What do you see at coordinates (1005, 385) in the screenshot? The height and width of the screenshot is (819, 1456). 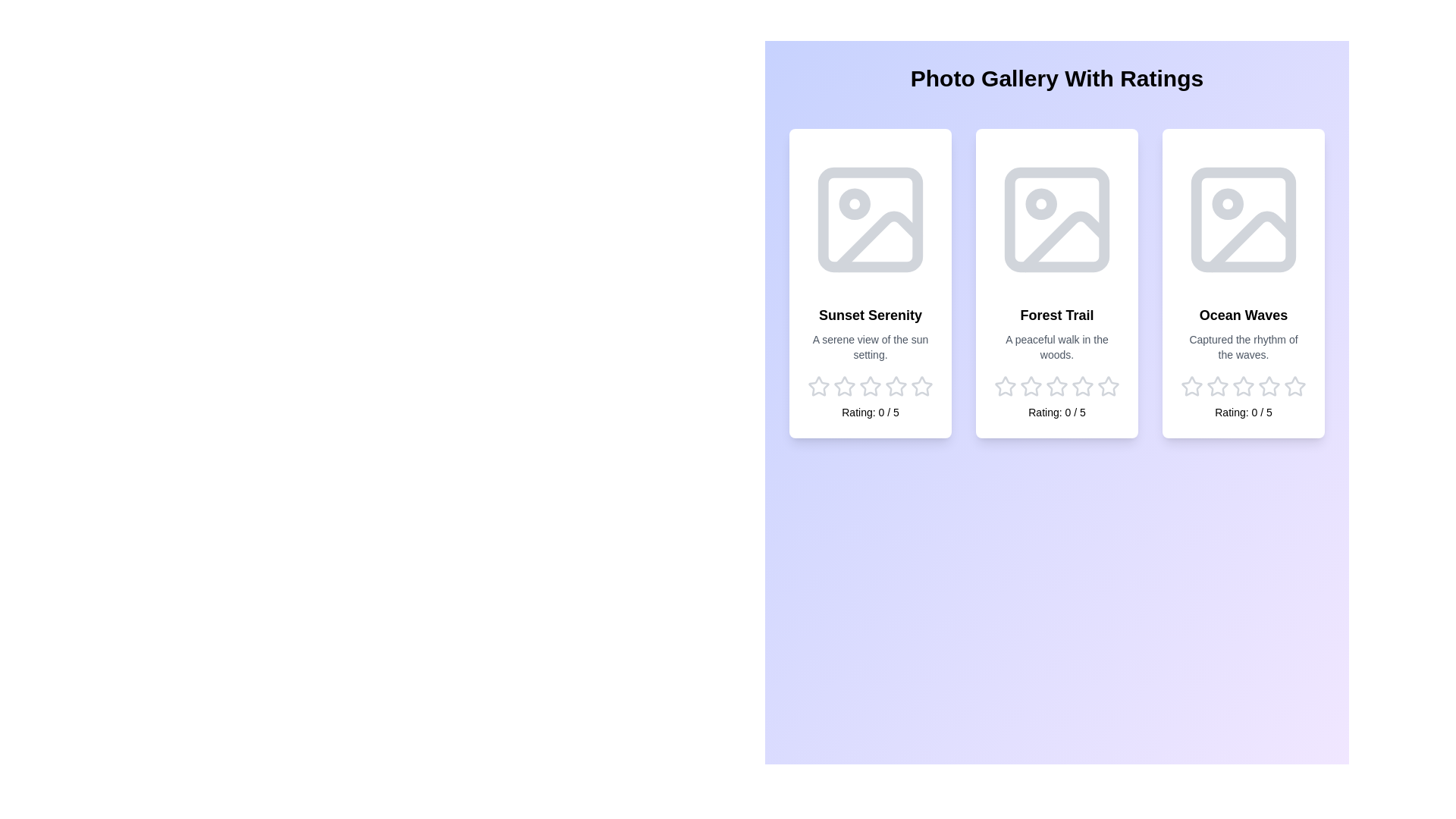 I see `the star corresponding to the rating 1 for the image Forest Trail` at bounding box center [1005, 385].